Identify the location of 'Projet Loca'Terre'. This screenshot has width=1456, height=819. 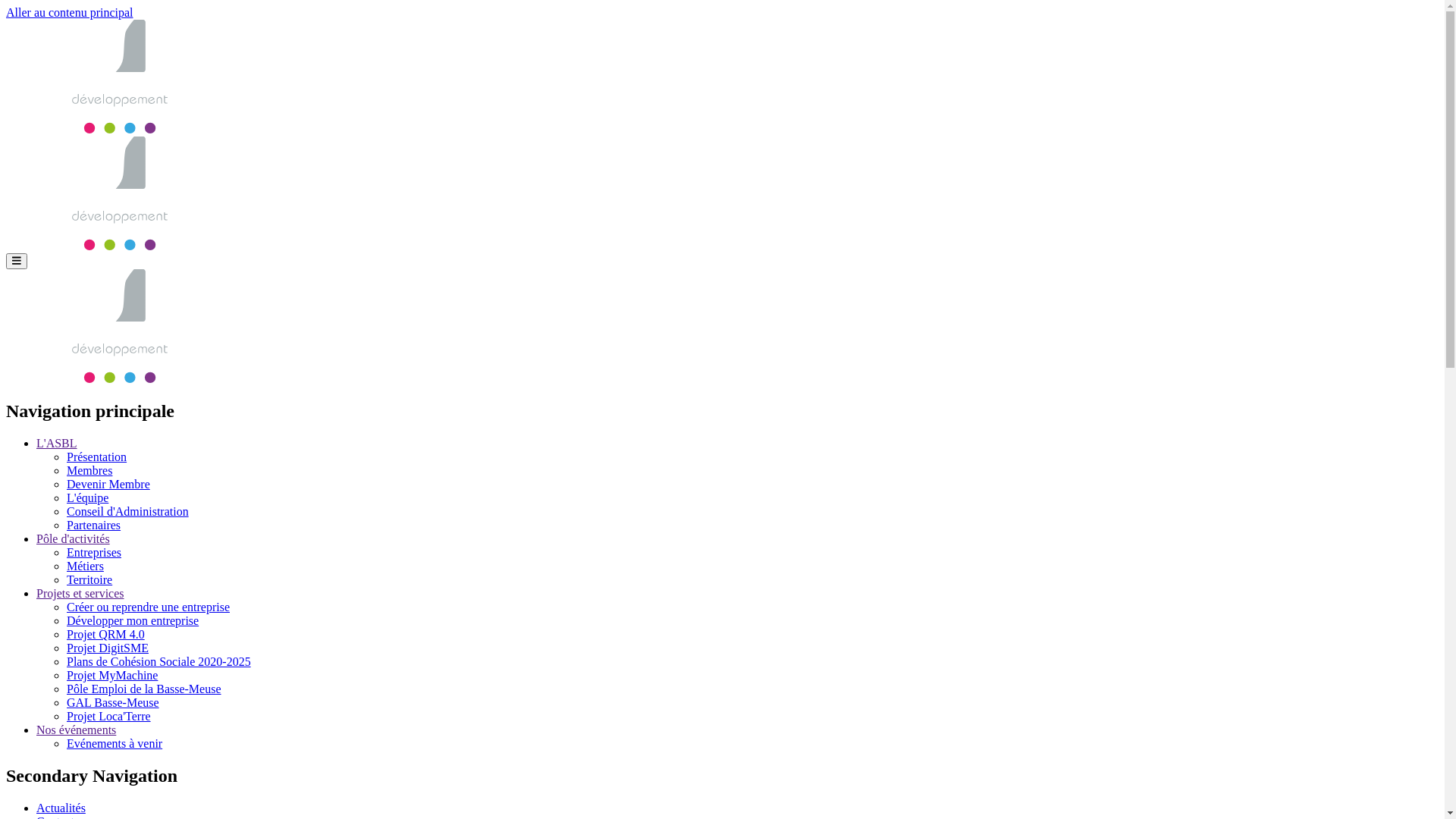
(108, 716).